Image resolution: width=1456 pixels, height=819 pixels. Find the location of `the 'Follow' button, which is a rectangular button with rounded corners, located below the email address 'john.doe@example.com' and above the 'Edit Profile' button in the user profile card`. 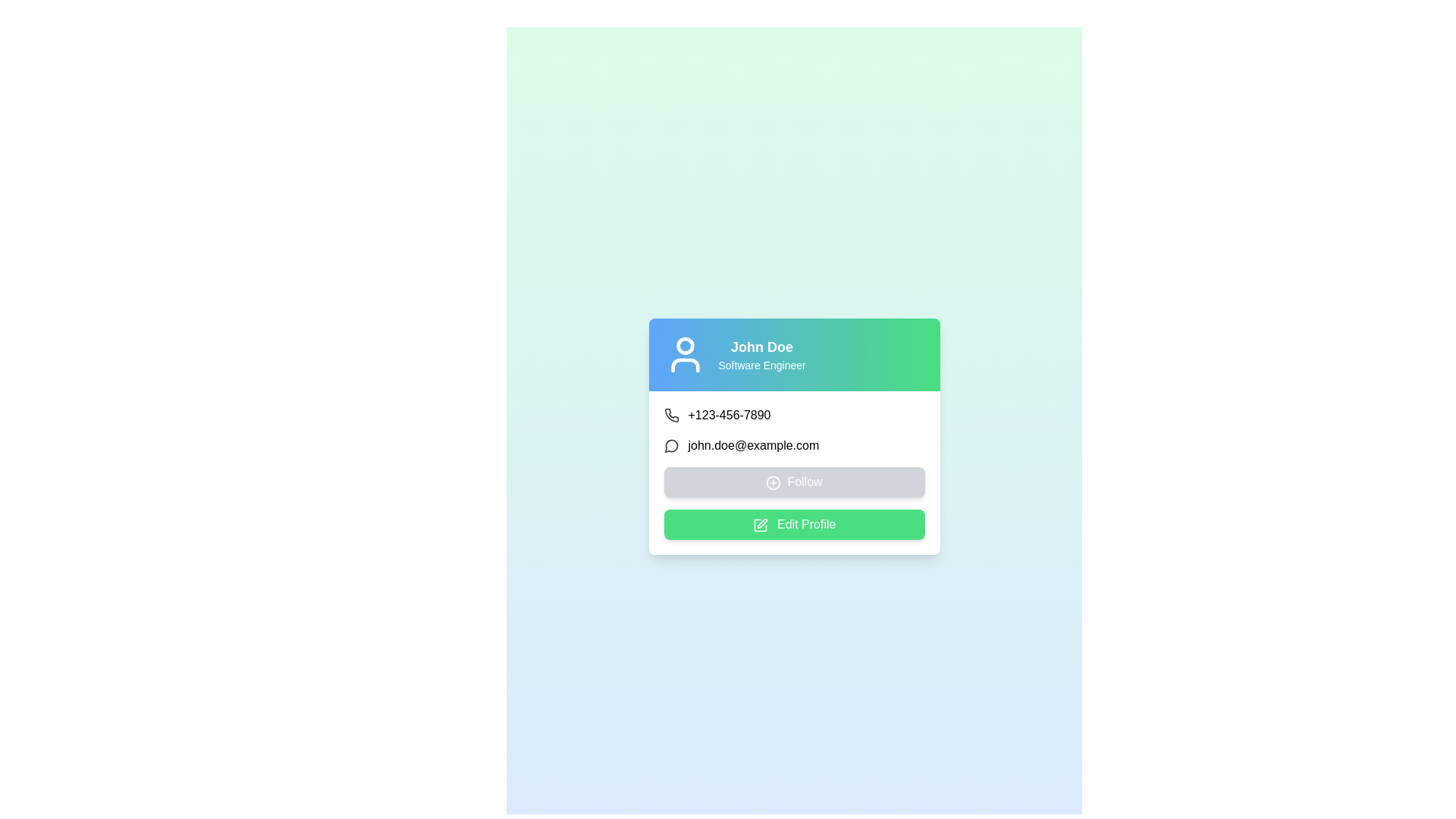

the 'Follow' button, which is a rectangular button with rounded corners, located below the email address 'john.doe@example.com' and above the 'Edit Profile' button in the user profile card is located at coordinates (793, 482).